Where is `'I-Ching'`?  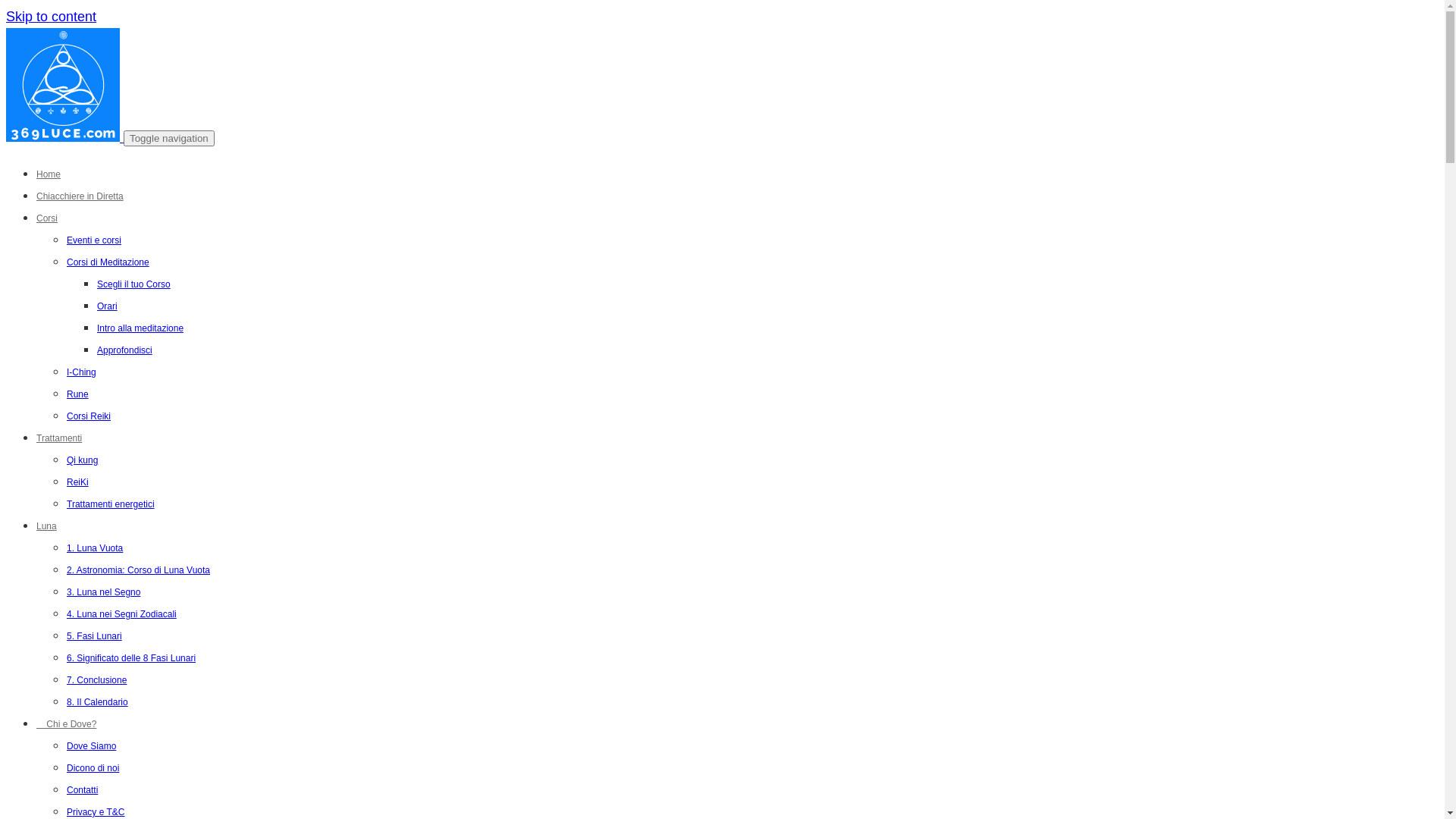
'I-Ching' is located at coordinates (65, 372).